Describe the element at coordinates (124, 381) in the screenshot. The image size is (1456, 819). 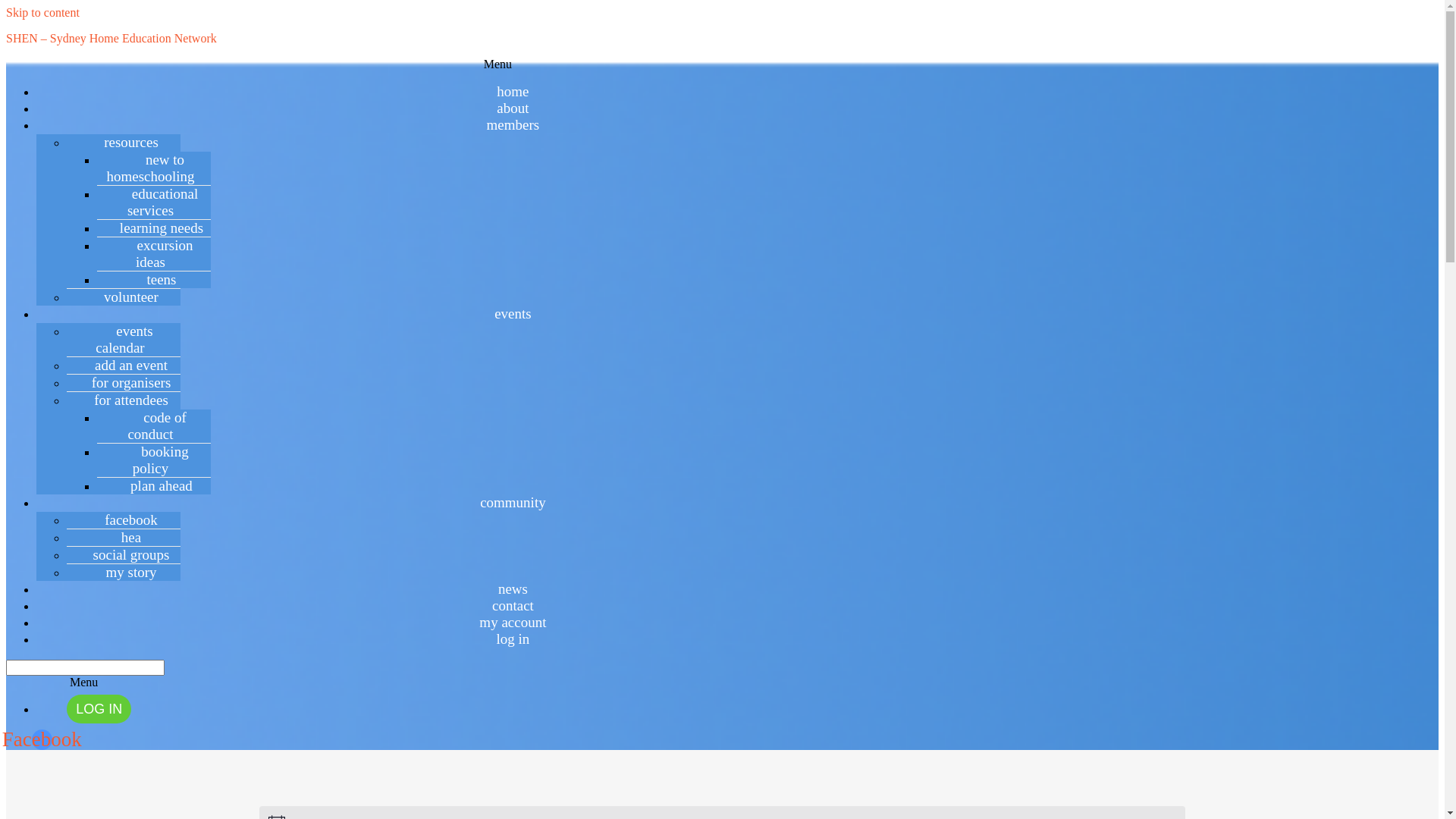
I see `'for organisers'` at that location.